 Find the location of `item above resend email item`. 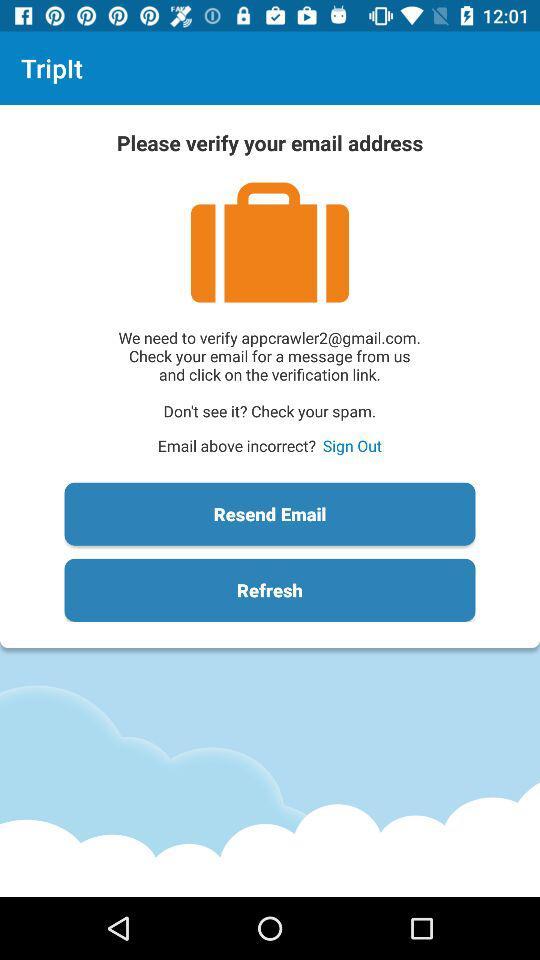

item above resend email item is located at coordinates (351, 445).